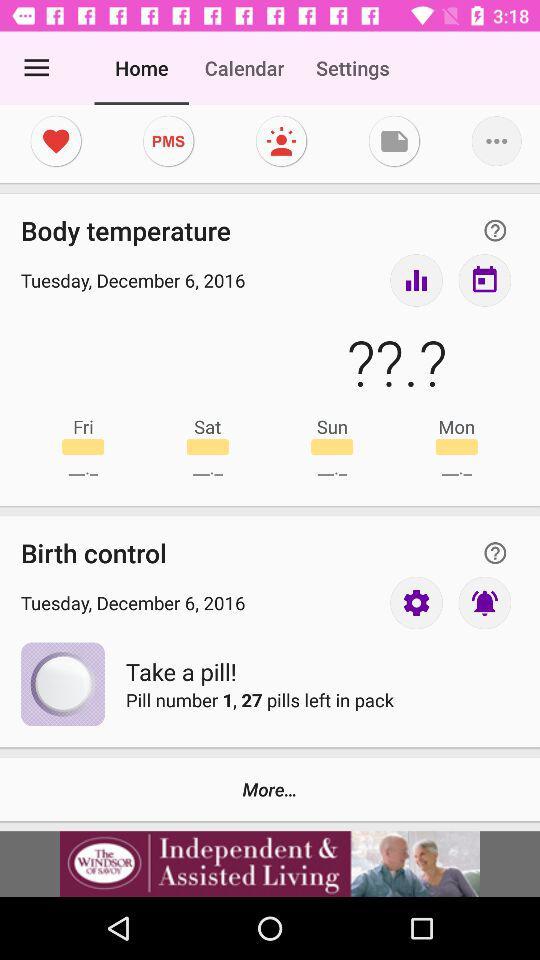 The image size is (540, 960). What do you see at coordinates (280, 140) in the screenshot?
I see `moods section` at bounding box center [280, 140].